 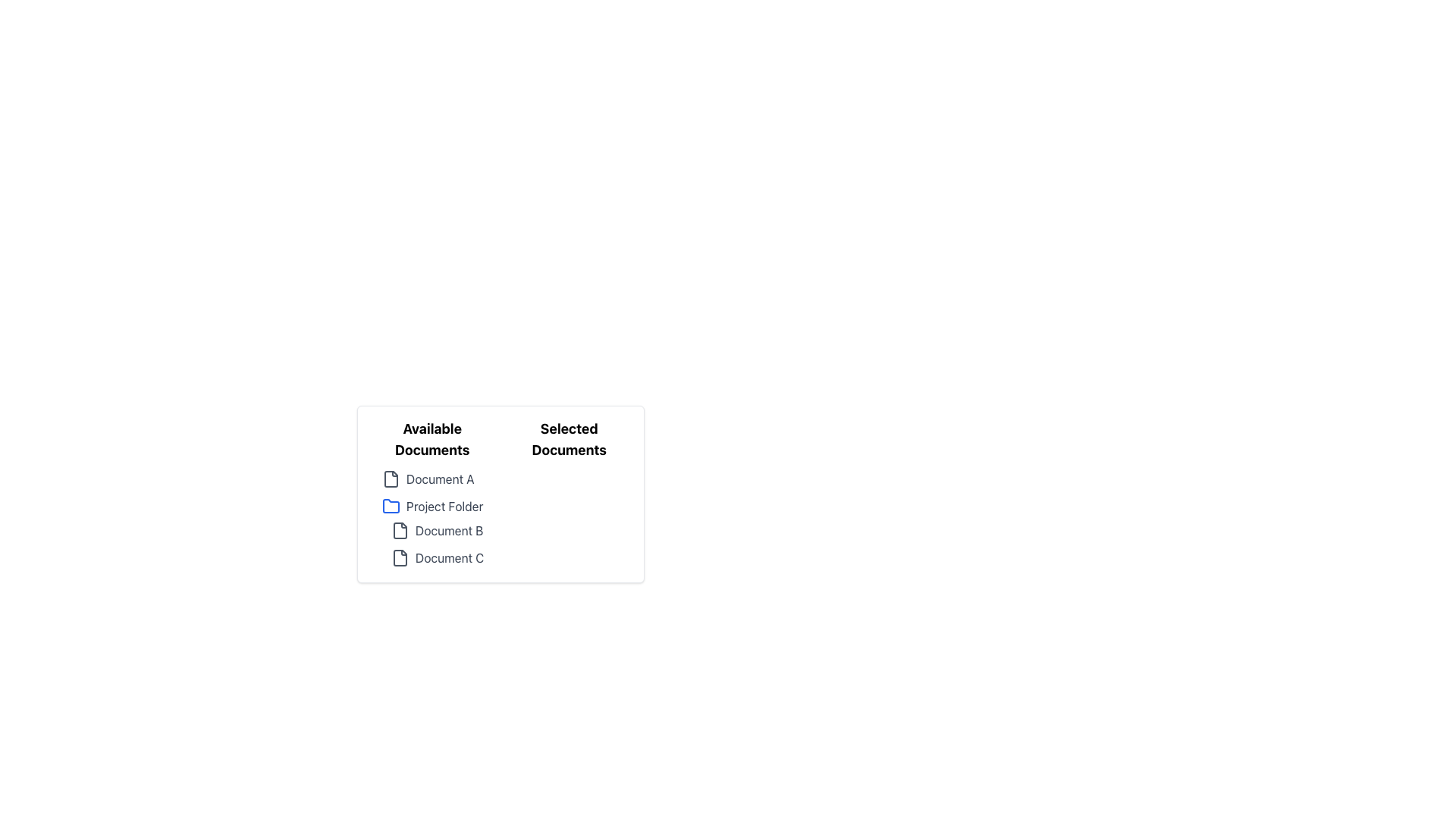 I want to click on the text label displaying 'Document A' which is styled in gray and located within the list under 'Available Documents', so click(x=439, y=479).